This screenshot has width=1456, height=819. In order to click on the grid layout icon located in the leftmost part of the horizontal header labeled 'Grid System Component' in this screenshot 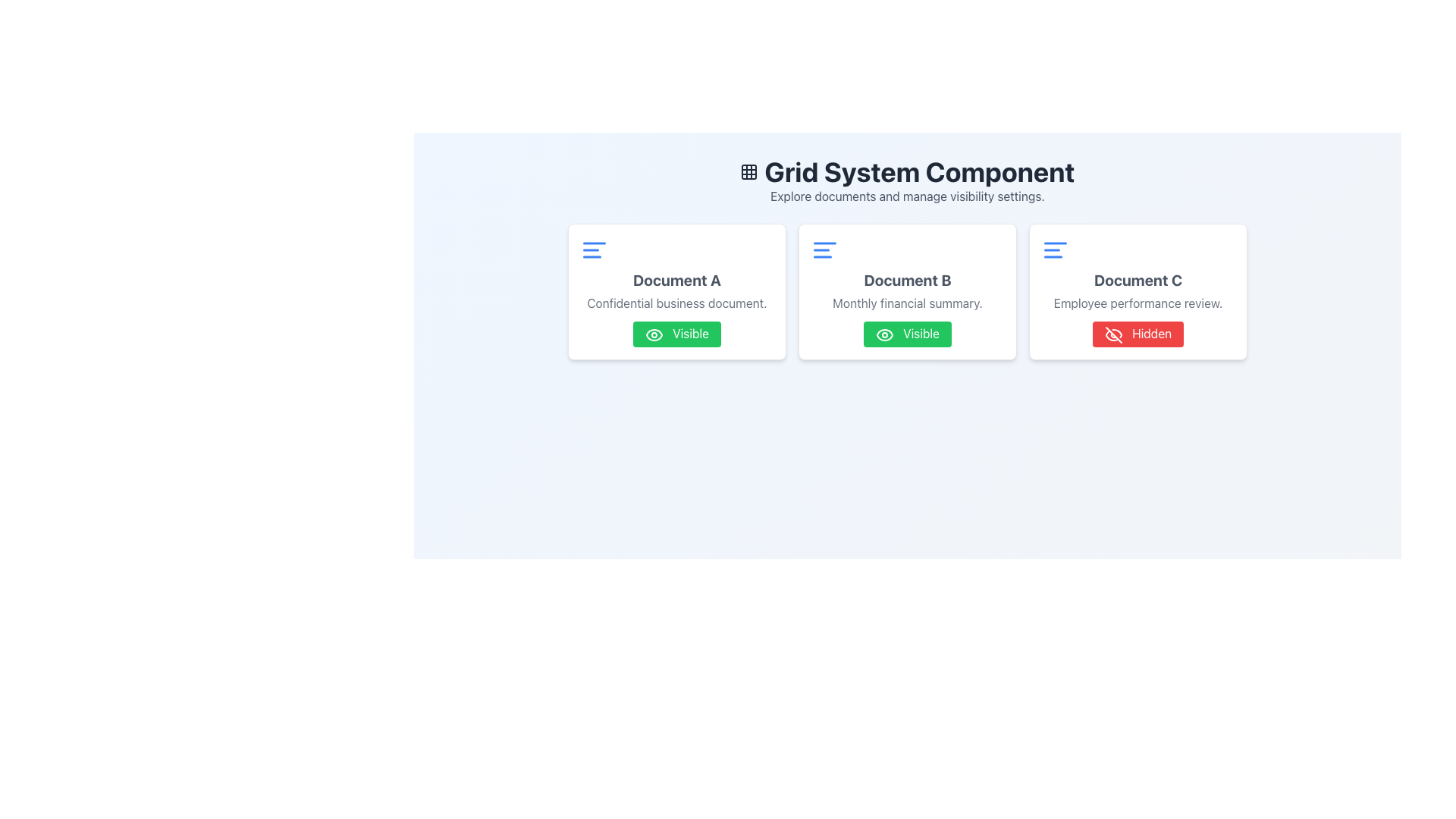, I will do `click(749, 171)`.